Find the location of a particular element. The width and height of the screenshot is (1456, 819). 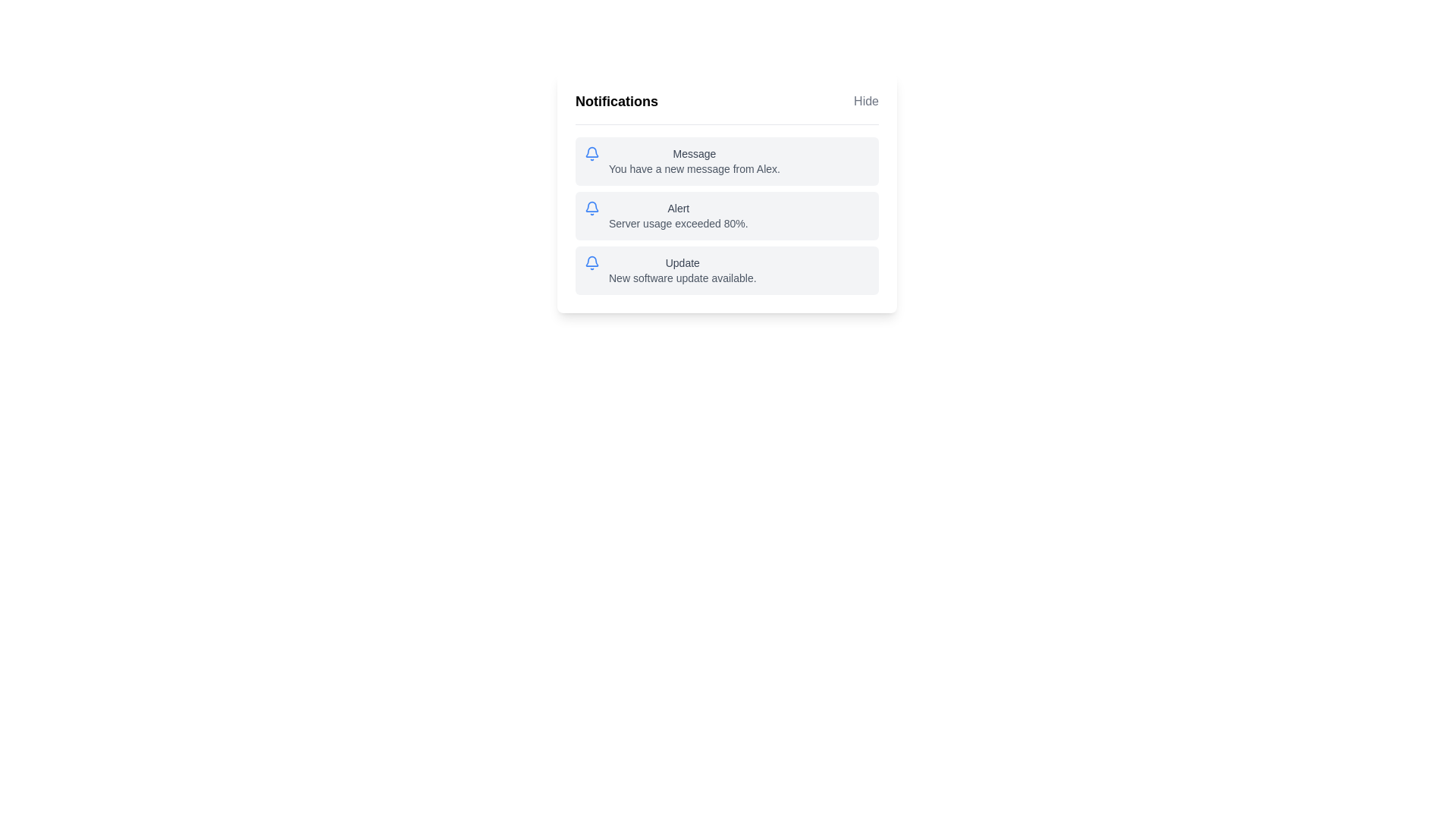

the small blue bell-shaped notification icon located to the left of the 'Update' text is located at coordinates (591, 262).